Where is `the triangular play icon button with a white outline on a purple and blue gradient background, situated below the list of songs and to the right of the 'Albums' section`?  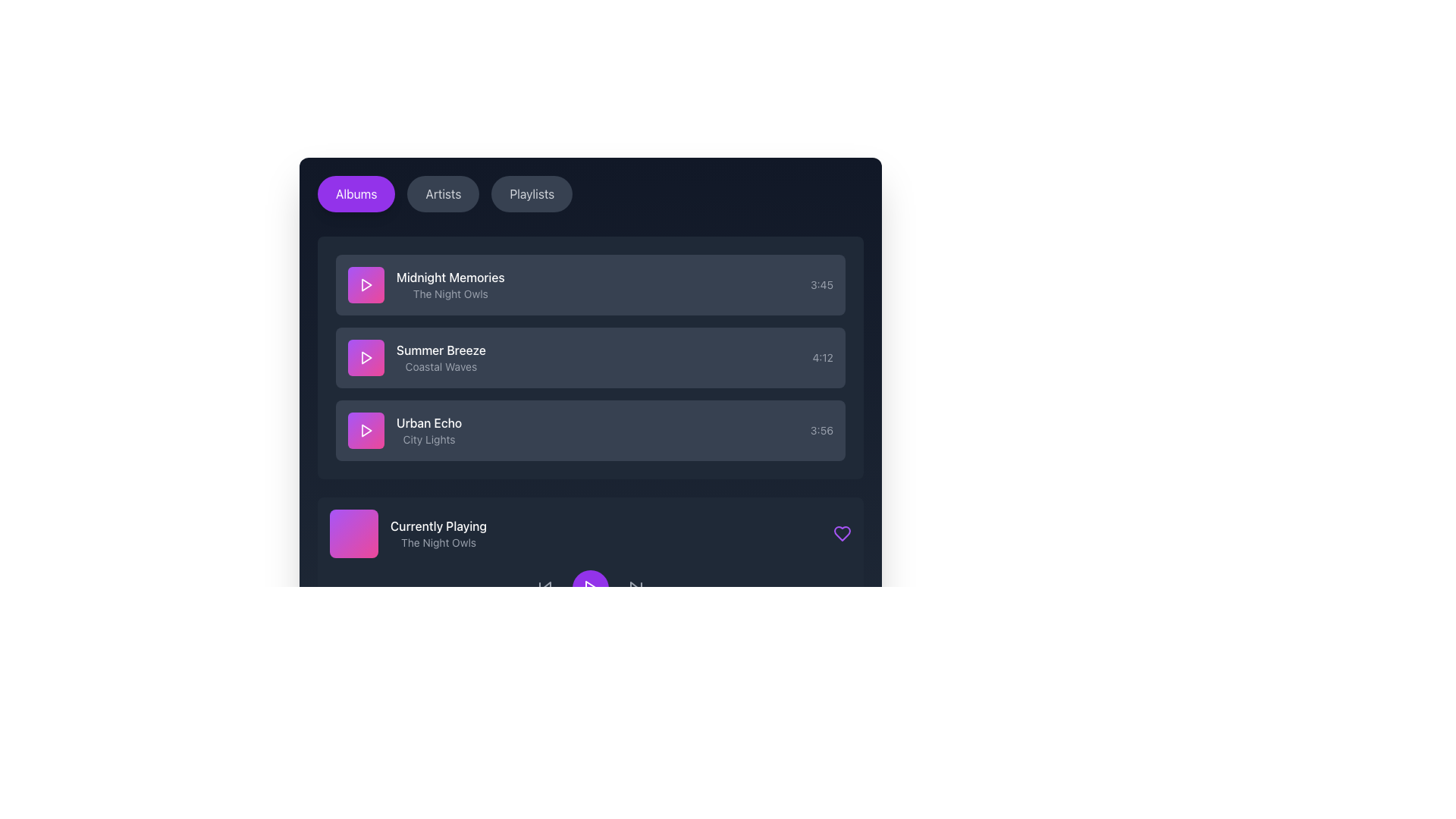
the triangular play icon button with a white outline on a purple and blue gradient background, situated below the list of songs and to the right of the 'Albums' section is located at coordinates (366, 357).